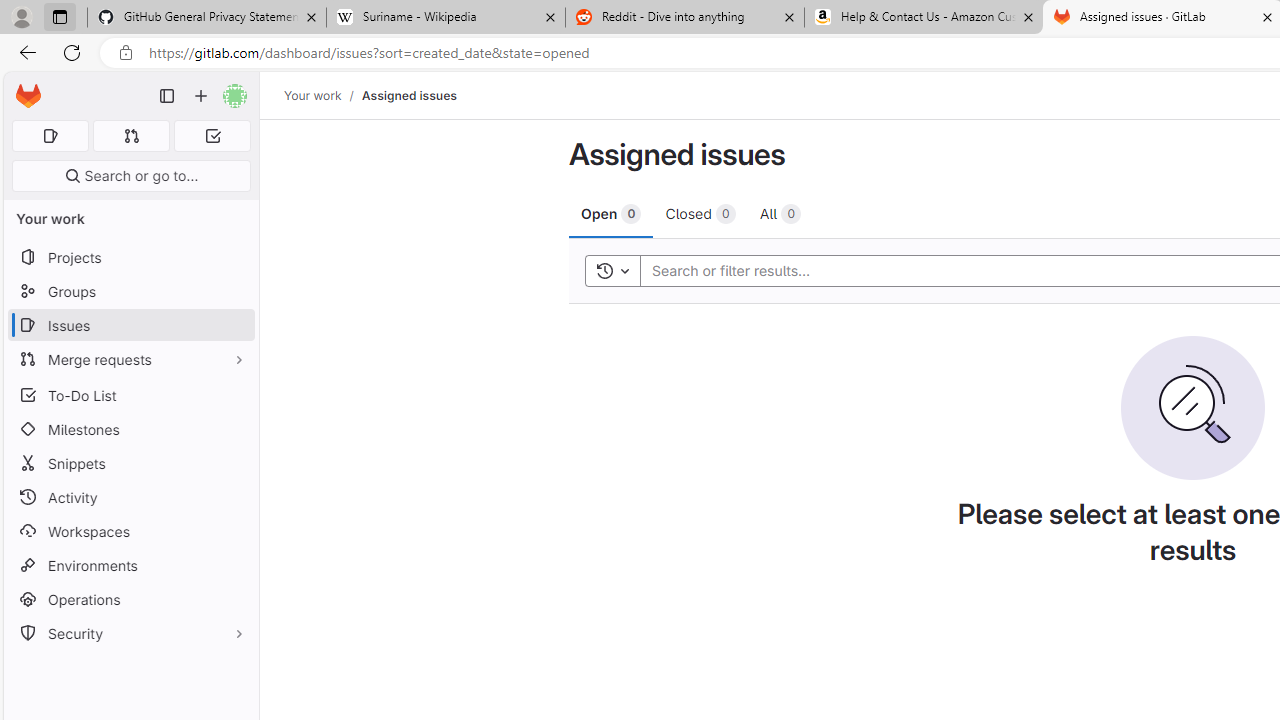 This screenshot has width=1280, height=720. Describe the element at coordinates (130, 463) in the screenshot. I see `'Snippets'` at that location.